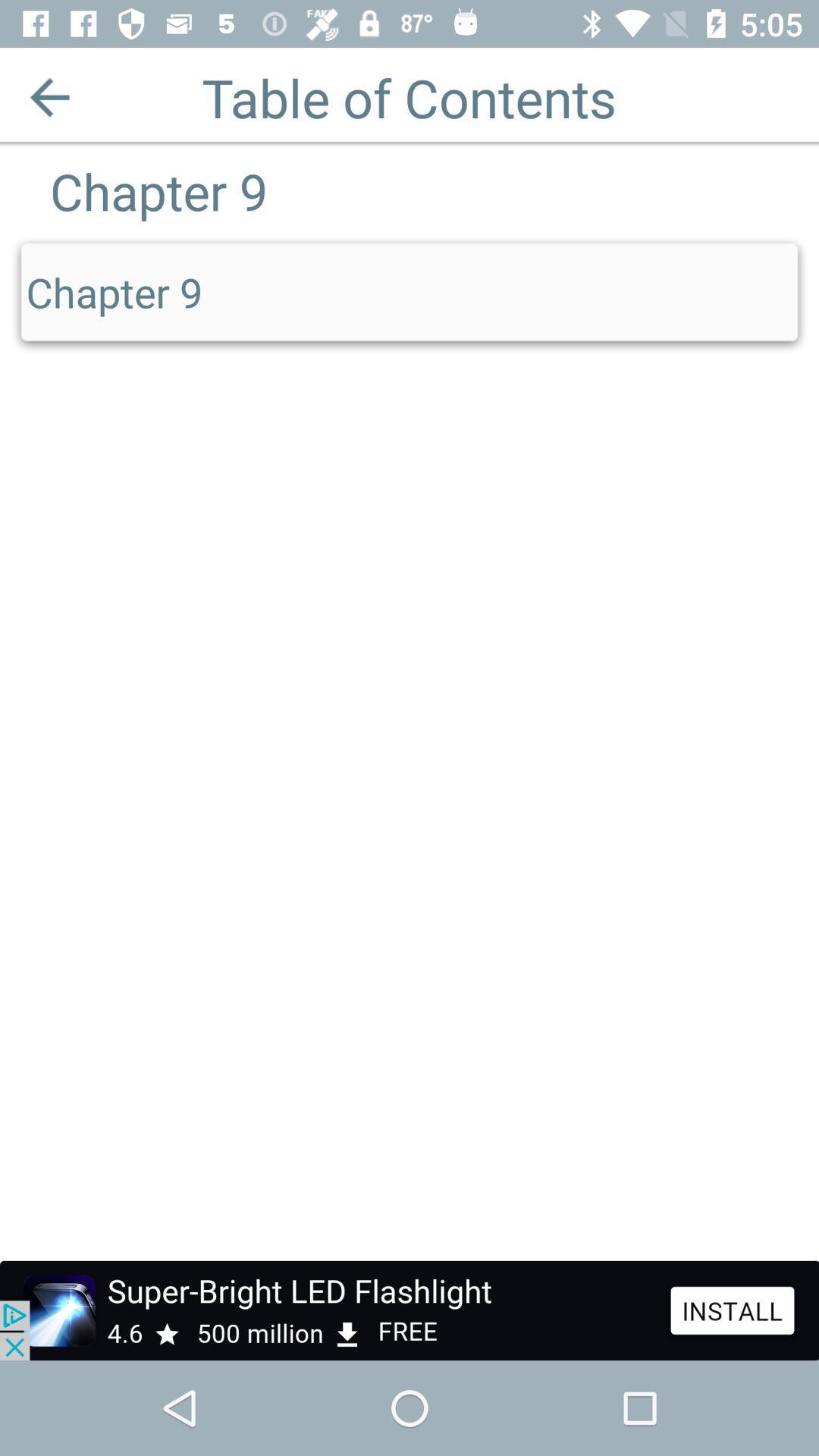 This screenshot has width=819, height=1456. Describe the element at coordinates (49, 96) in the screenshot. I see `the arrow_backward icon` at that location.